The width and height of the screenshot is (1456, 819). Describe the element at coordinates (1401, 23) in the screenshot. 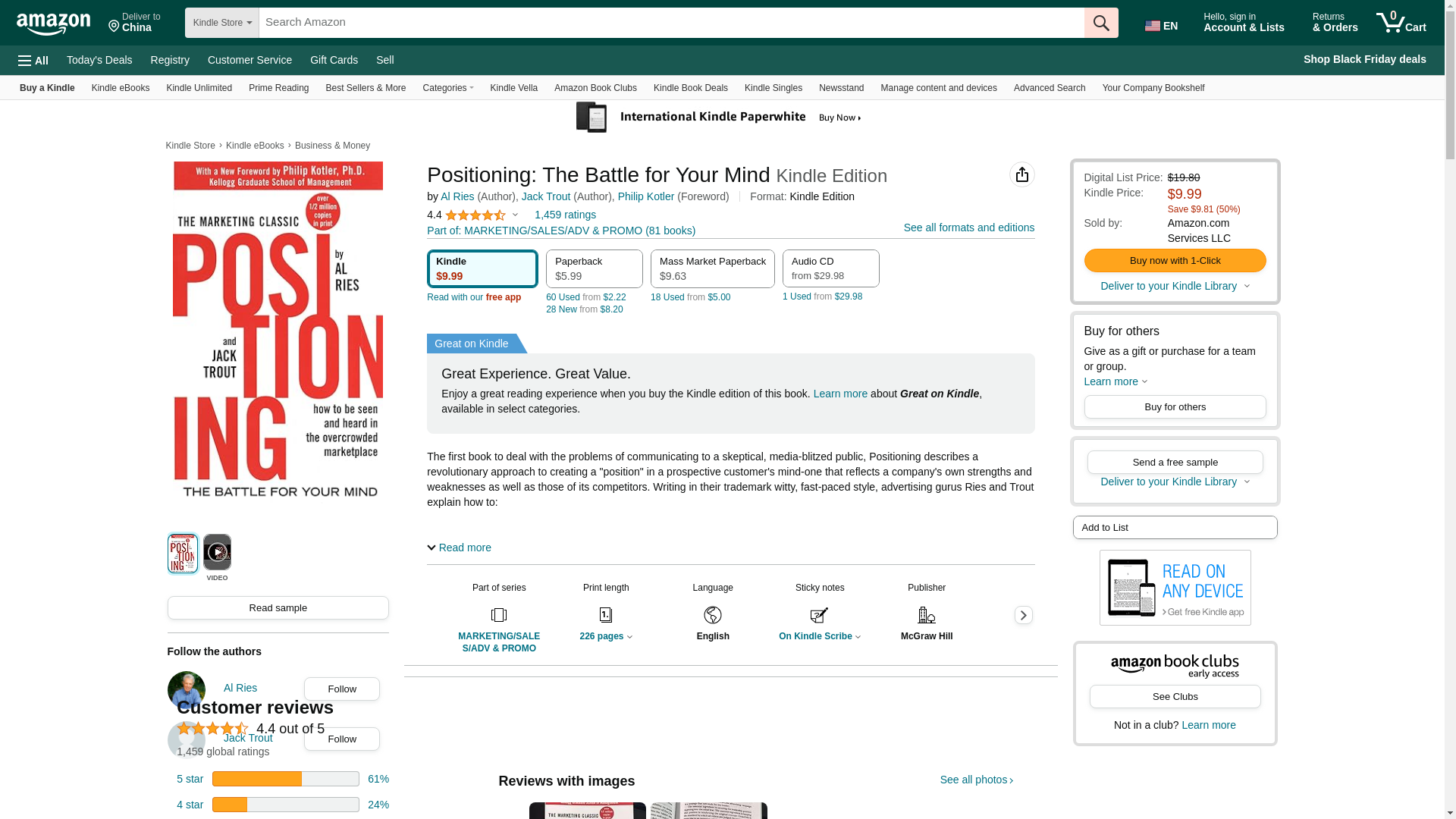

I see `'0` at that location.